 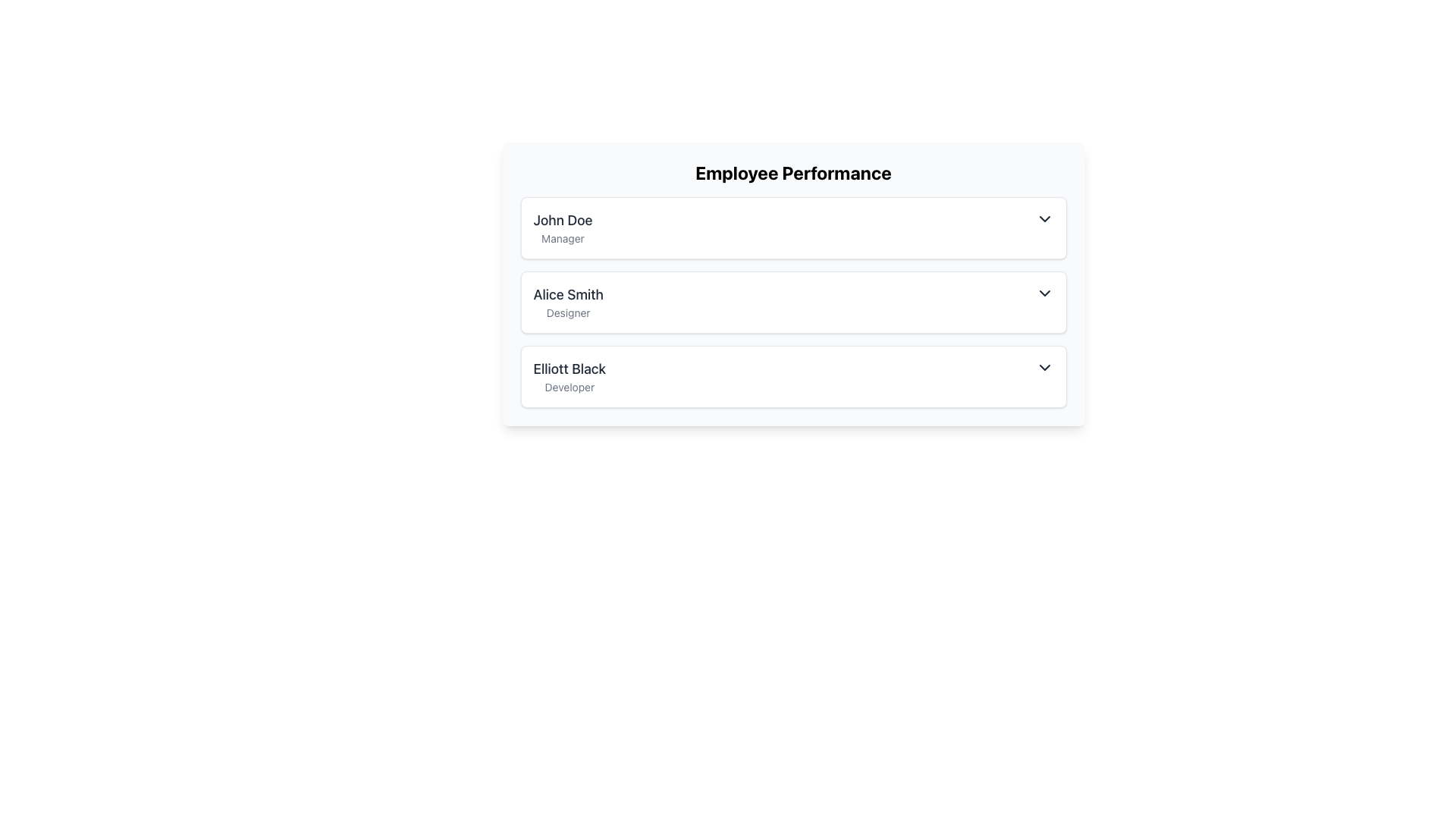 What do you see at coordinates (562, 227) in the screenshot?
I see `the Text Display element containing 'John Doe' and 'Manager', which is the first entry in the vertically-aligned list inside the 'Employee Performance' card` at bounding box center [562, 227].